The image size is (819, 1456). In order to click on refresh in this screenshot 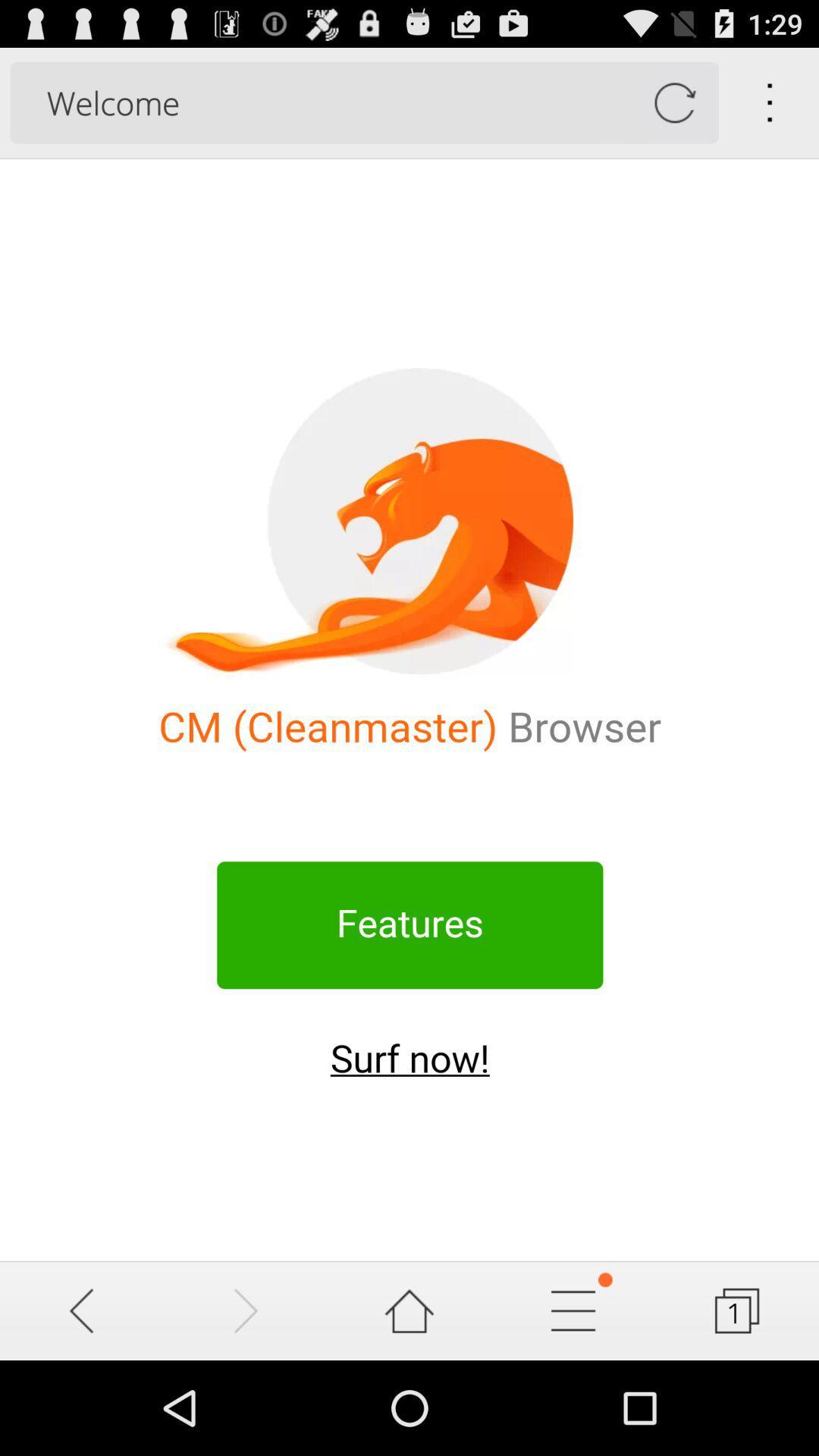, I will do `click(673, 102)`.